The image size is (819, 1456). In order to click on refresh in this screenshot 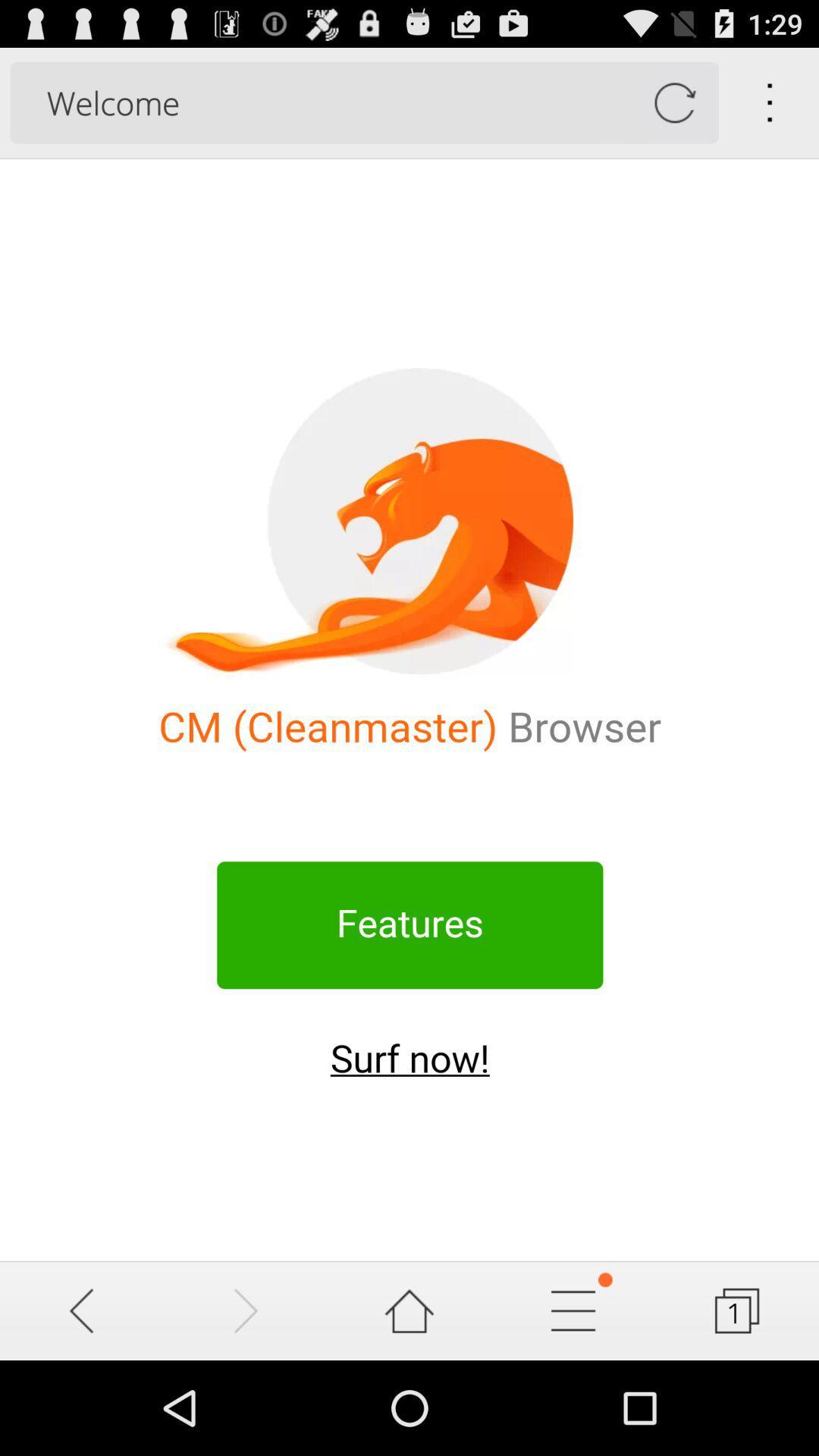, I will do `click(673, 102)`.